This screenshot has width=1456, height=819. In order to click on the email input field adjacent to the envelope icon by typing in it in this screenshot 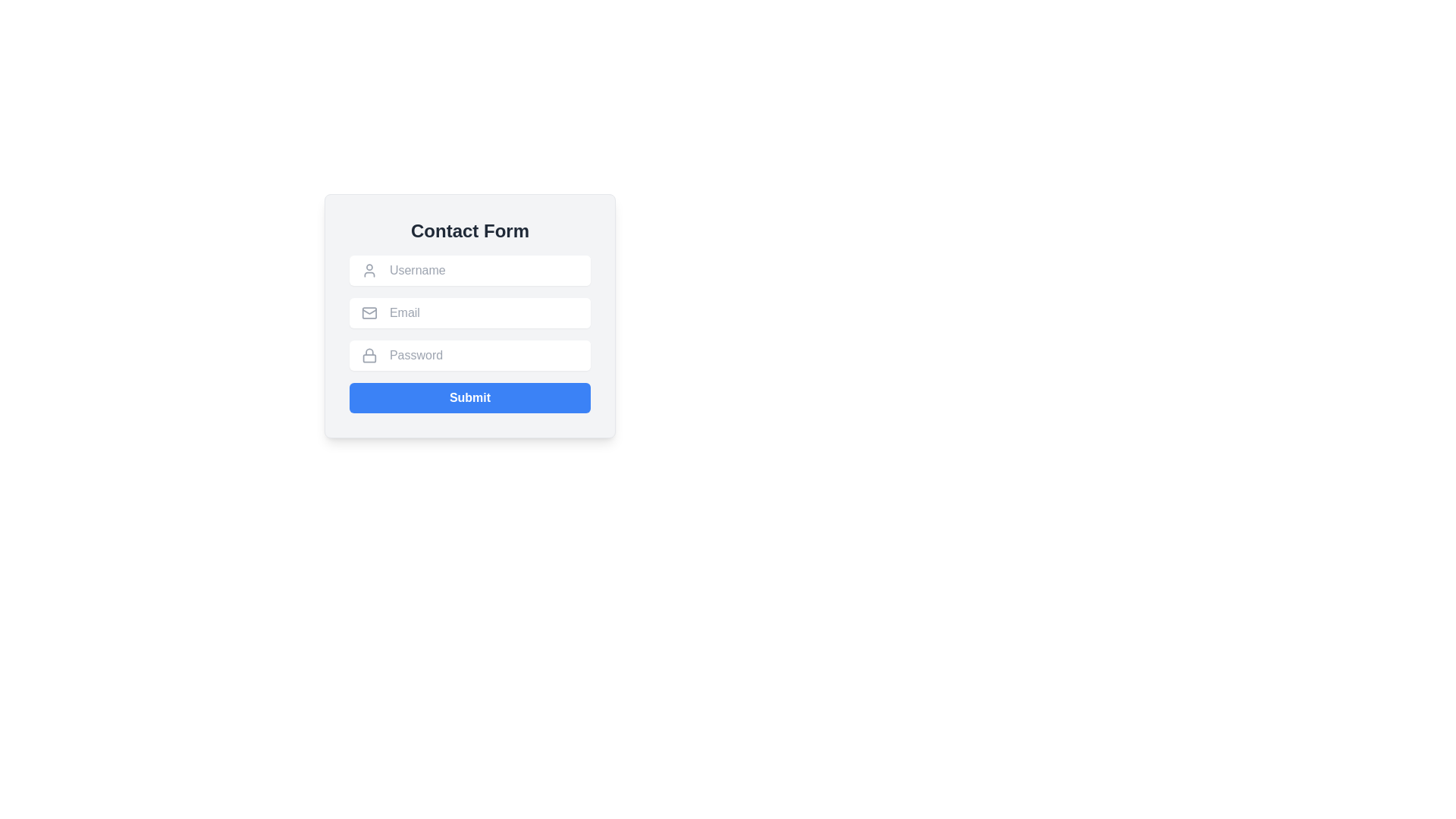, I will do `click(369, 311)`.